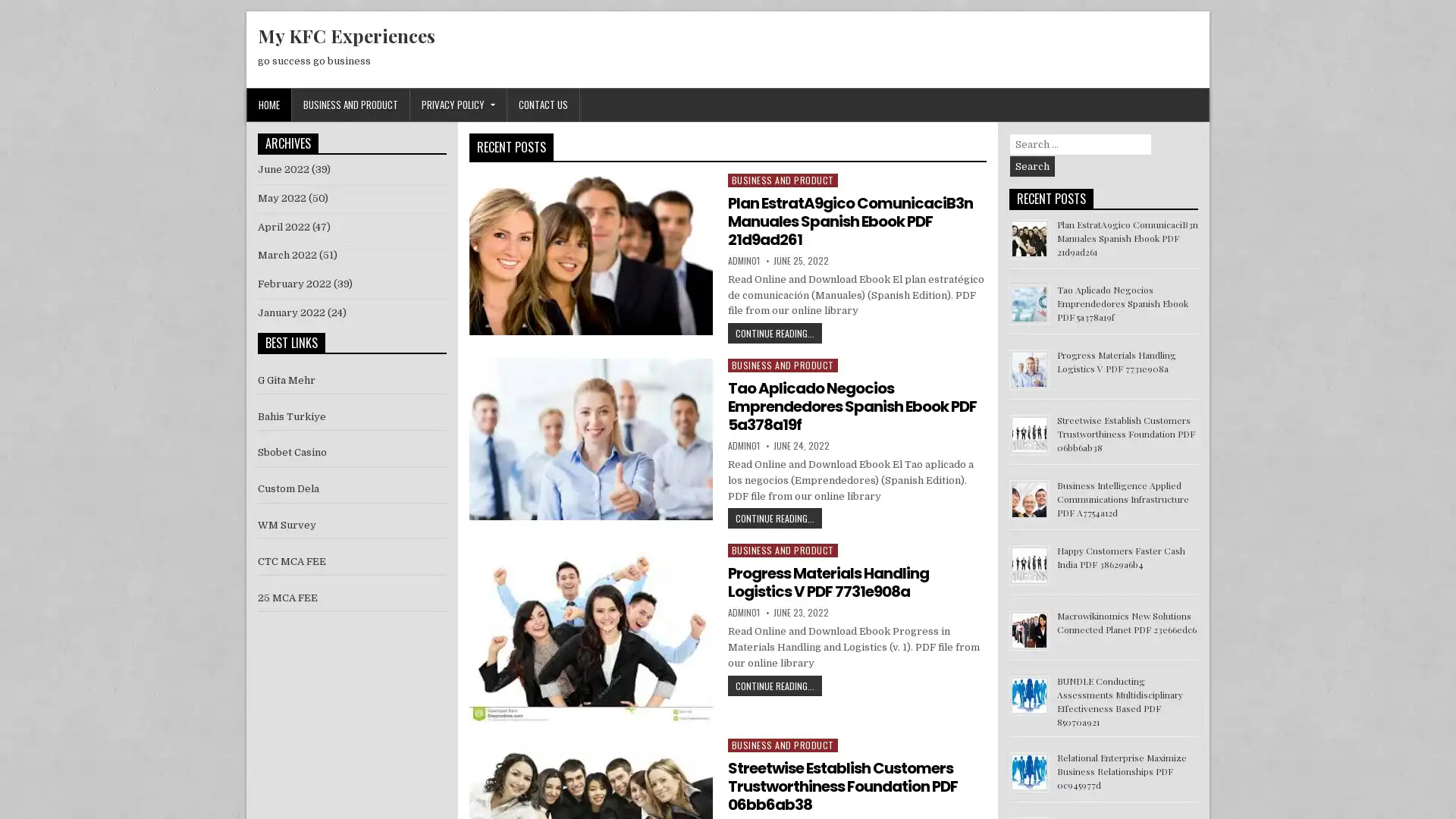 This screenshot has width=1456, height=819. Describe the element at coordinates (1031, 166) in the screenshot. I see `Search` at that location.